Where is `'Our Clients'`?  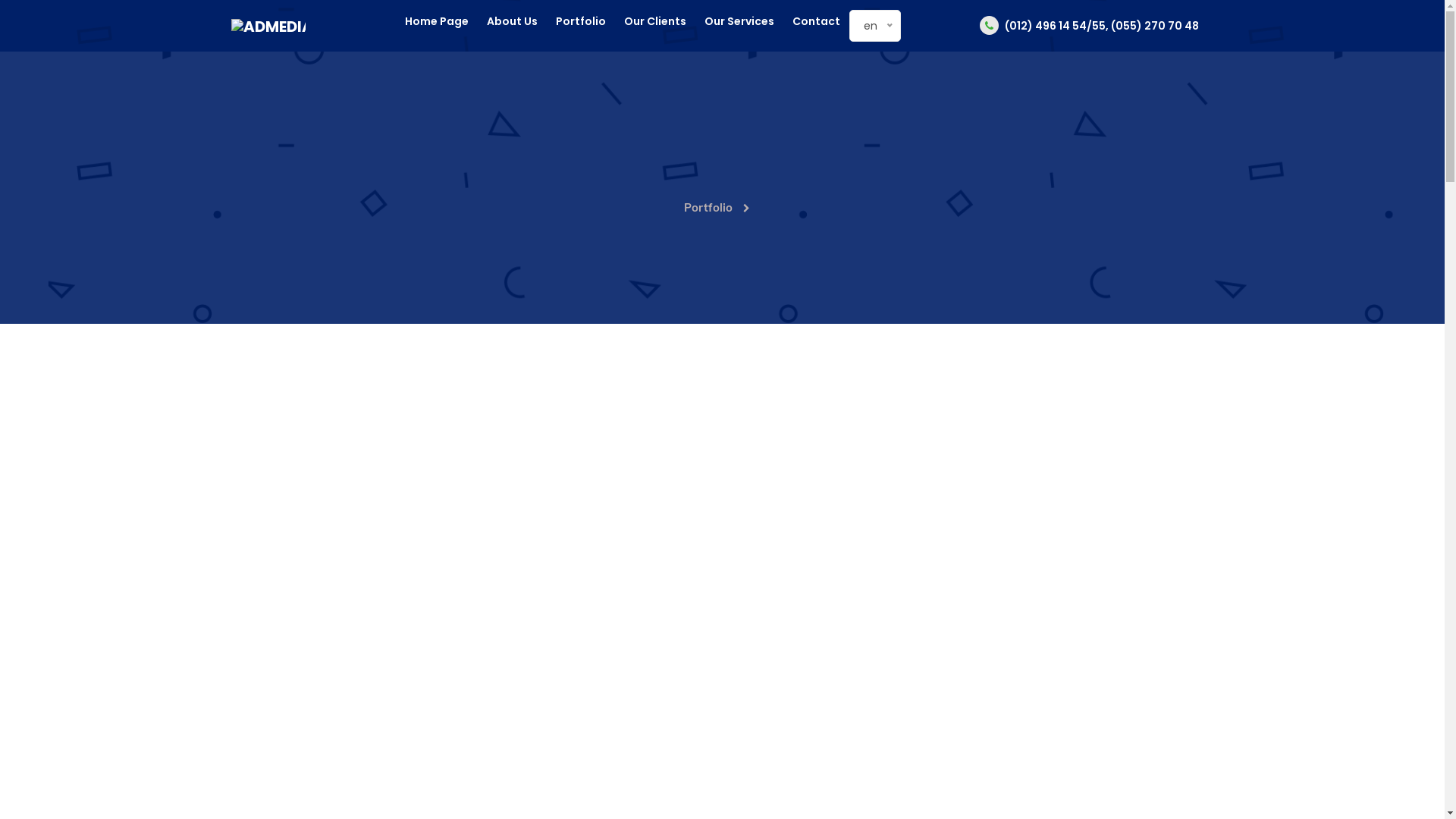 'Our Clients' is located at coordinates (655, 21).